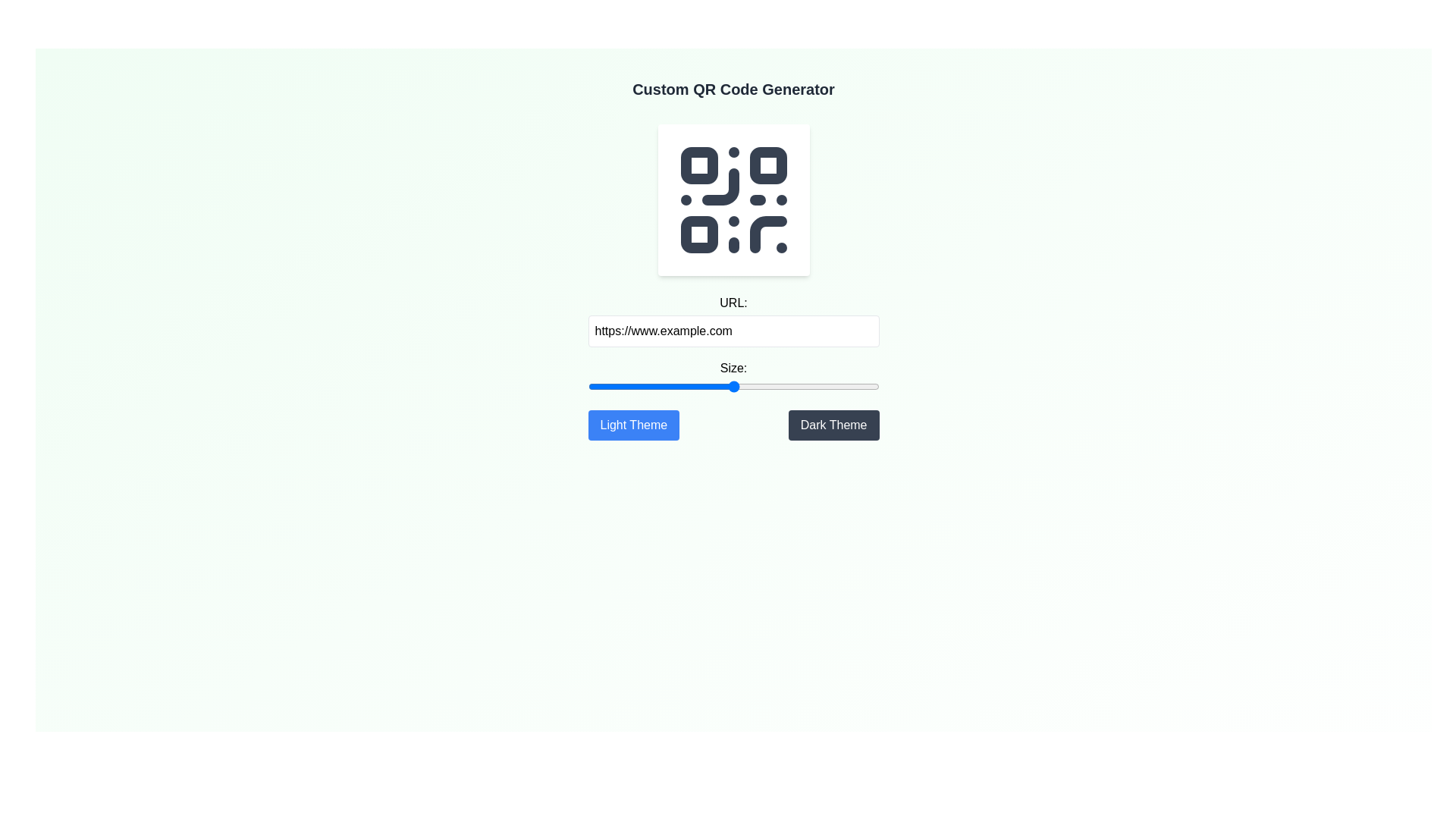 The width and height of the screenshot is (1456, 819). I want to click on the slider value, so click(657, 385).